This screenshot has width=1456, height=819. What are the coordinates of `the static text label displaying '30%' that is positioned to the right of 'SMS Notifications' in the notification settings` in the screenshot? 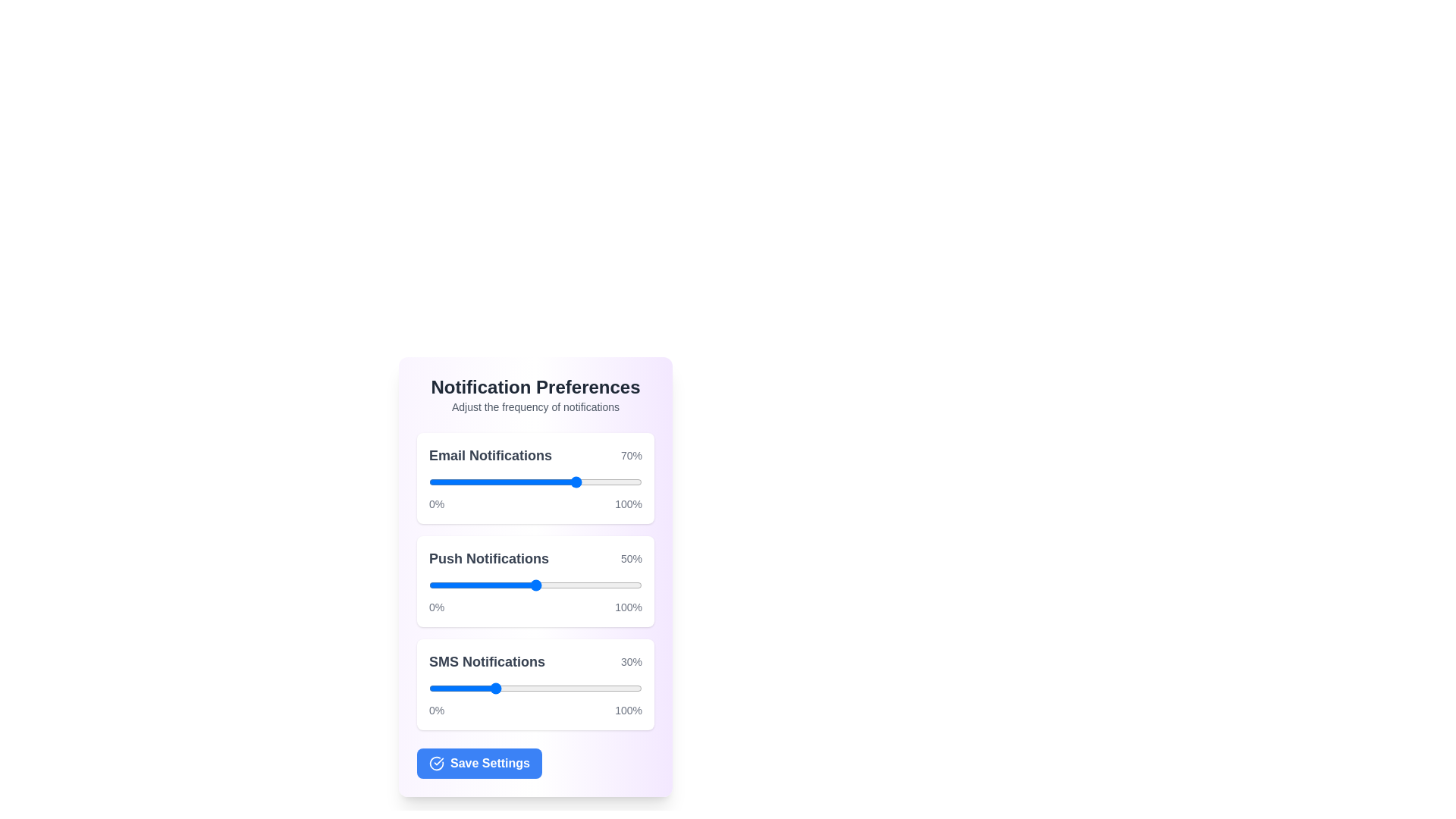 It's located at (631, 661).